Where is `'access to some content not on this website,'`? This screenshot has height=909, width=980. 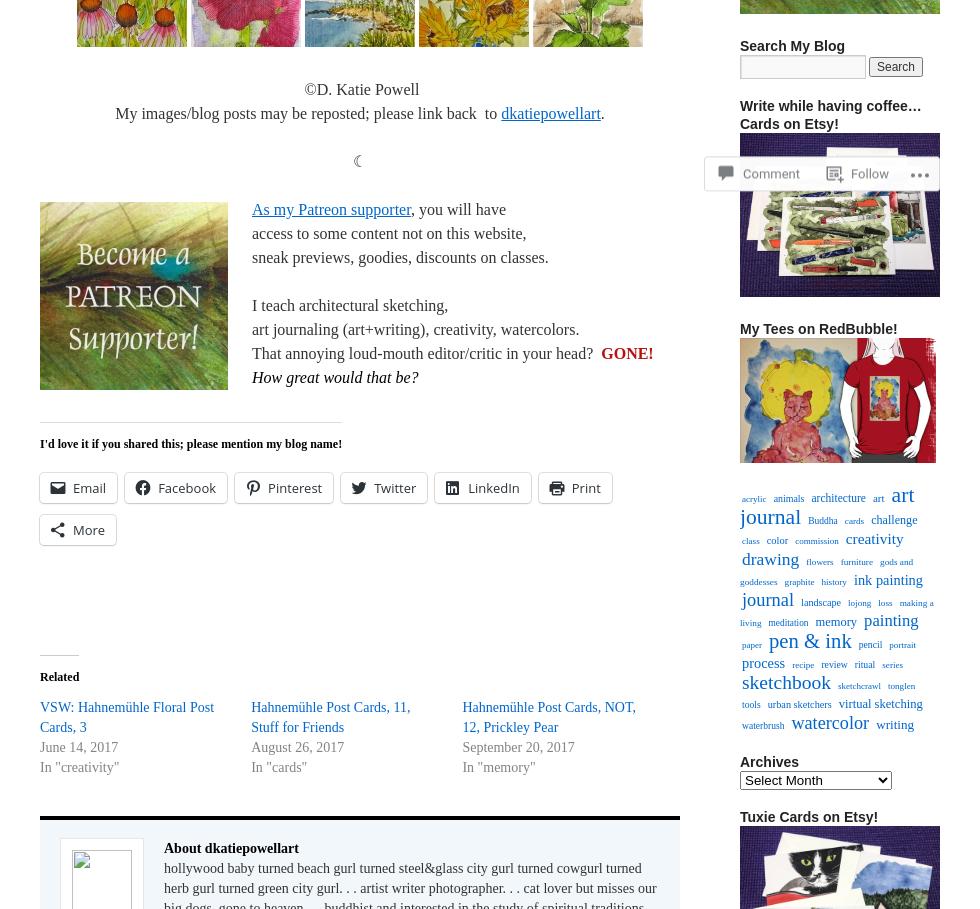 'access to some content not on this website,' is located at coordinates (251, 232).